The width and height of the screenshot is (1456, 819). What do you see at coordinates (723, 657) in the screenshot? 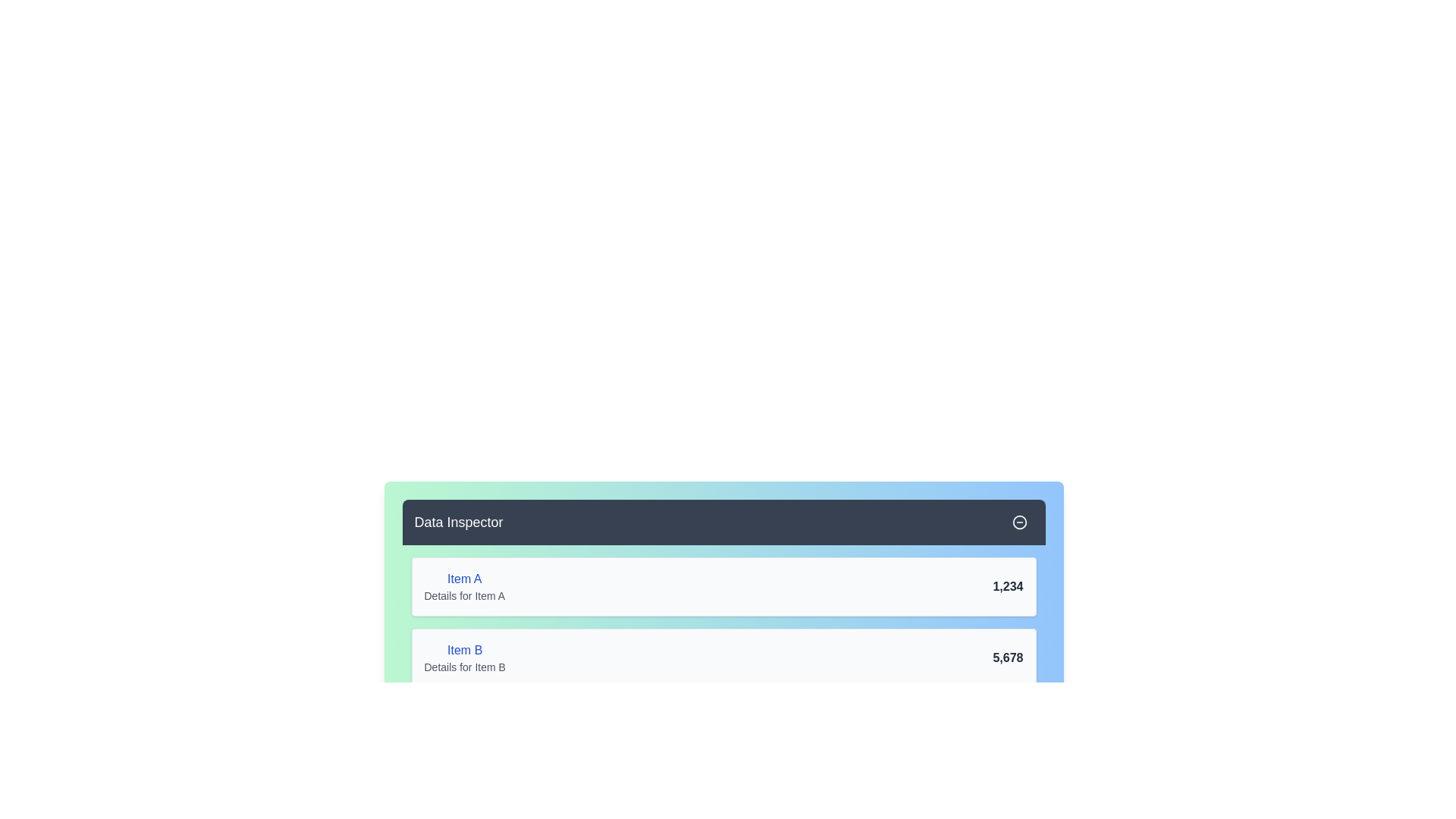
I see `the second item` at bounding box center [723, 657].